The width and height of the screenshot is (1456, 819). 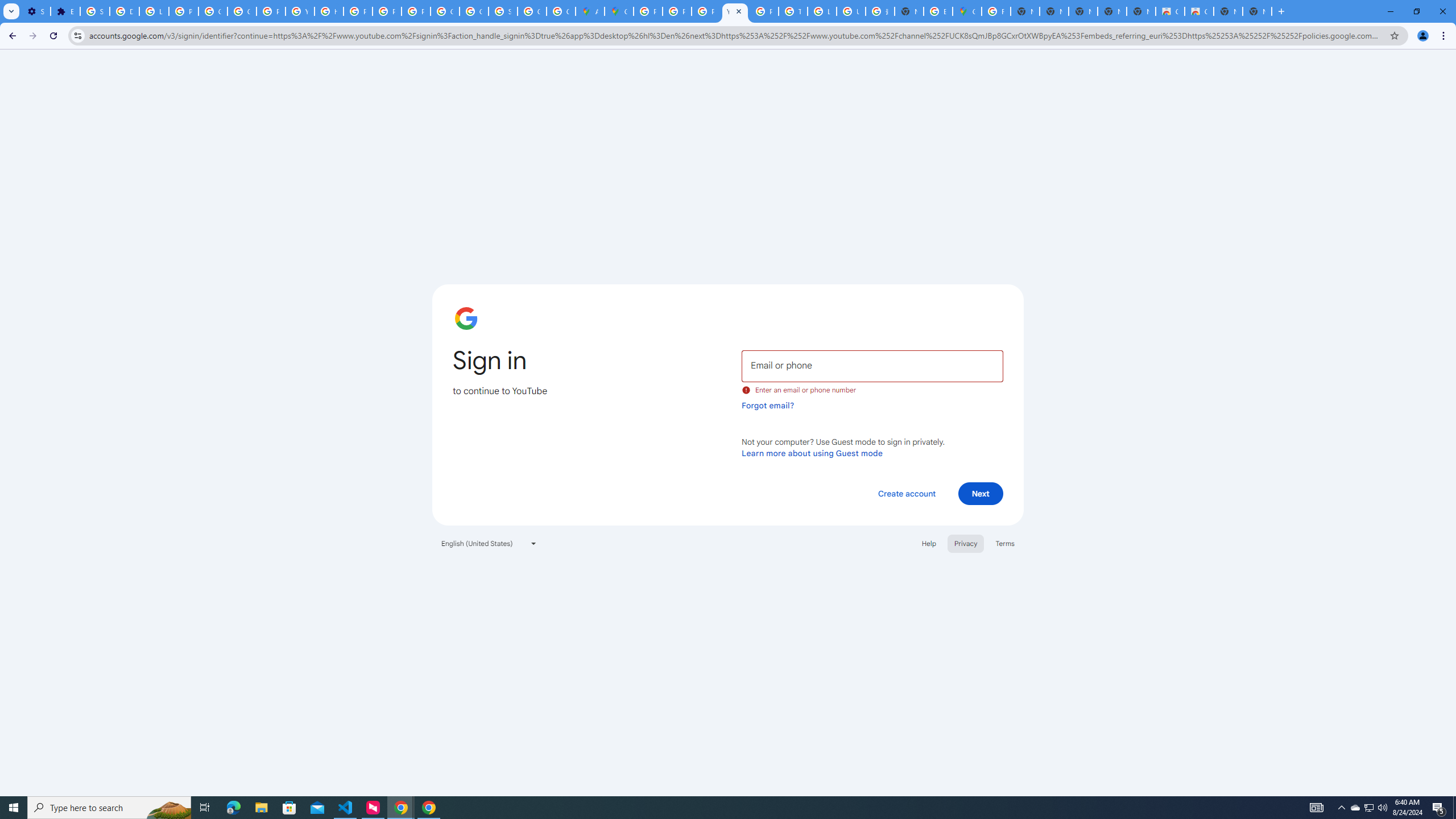 What do you see at coordinates (95, 11) in the screenshot?
I see `'Sign in - Google Accounts'` at bounding box center [95, 11].